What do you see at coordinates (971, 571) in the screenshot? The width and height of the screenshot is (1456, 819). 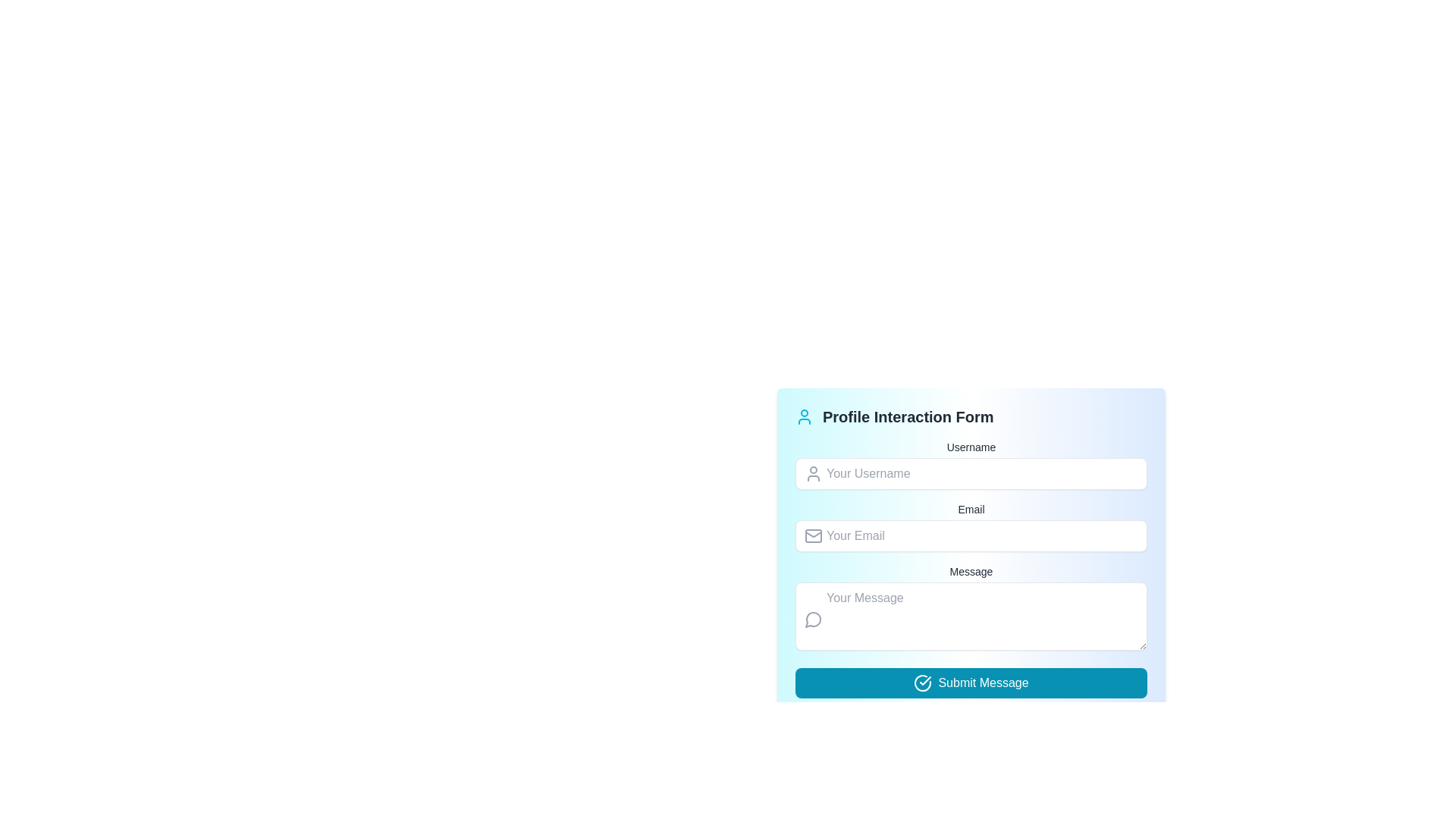 I see `the label element that indicates the input for 'Your Message', positioned directly above the text area` at bounding box center [971, 571].